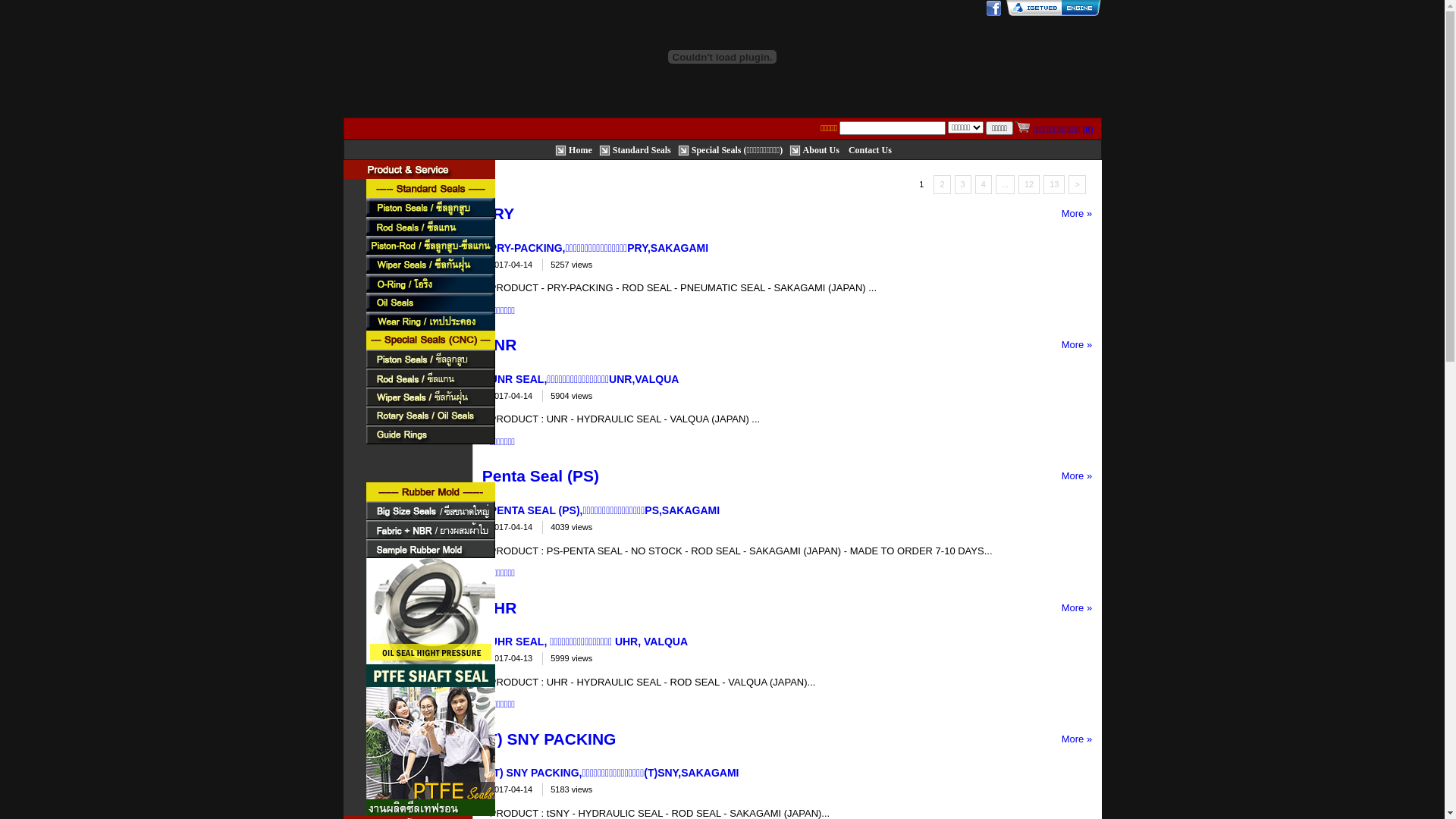 Image resolution: width=1456 pixels, height=819 pixels. I want to click on 'PRY', so click(498, 213).